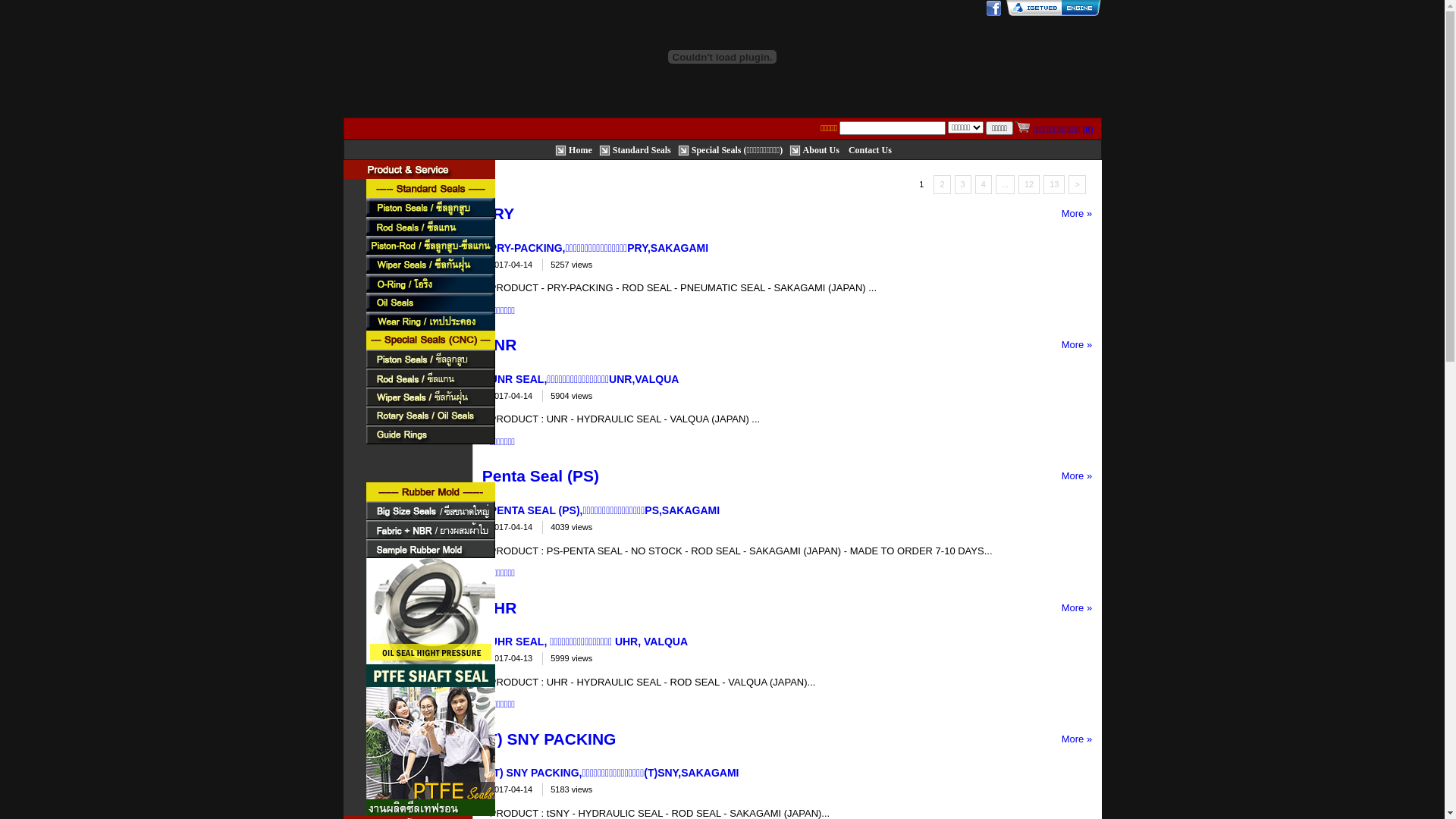 Image resolution: width=1456 pixels, height=819 pixels. I want to click on 'PRY', so click(498, 213).